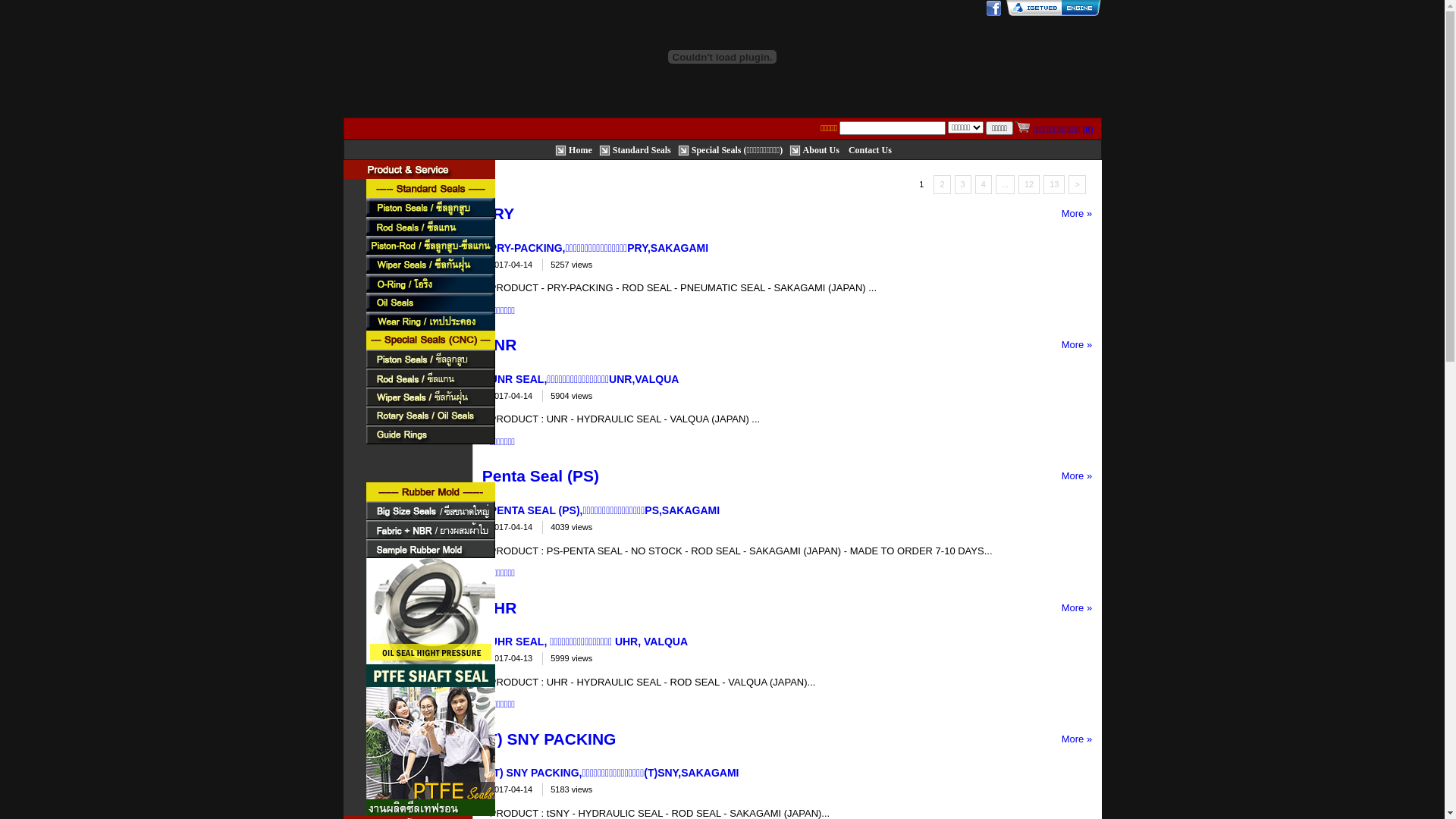 Image resolution: width=1456 pixels, height=819 pixels. I want to click on 'PRY', so click(498, 213).